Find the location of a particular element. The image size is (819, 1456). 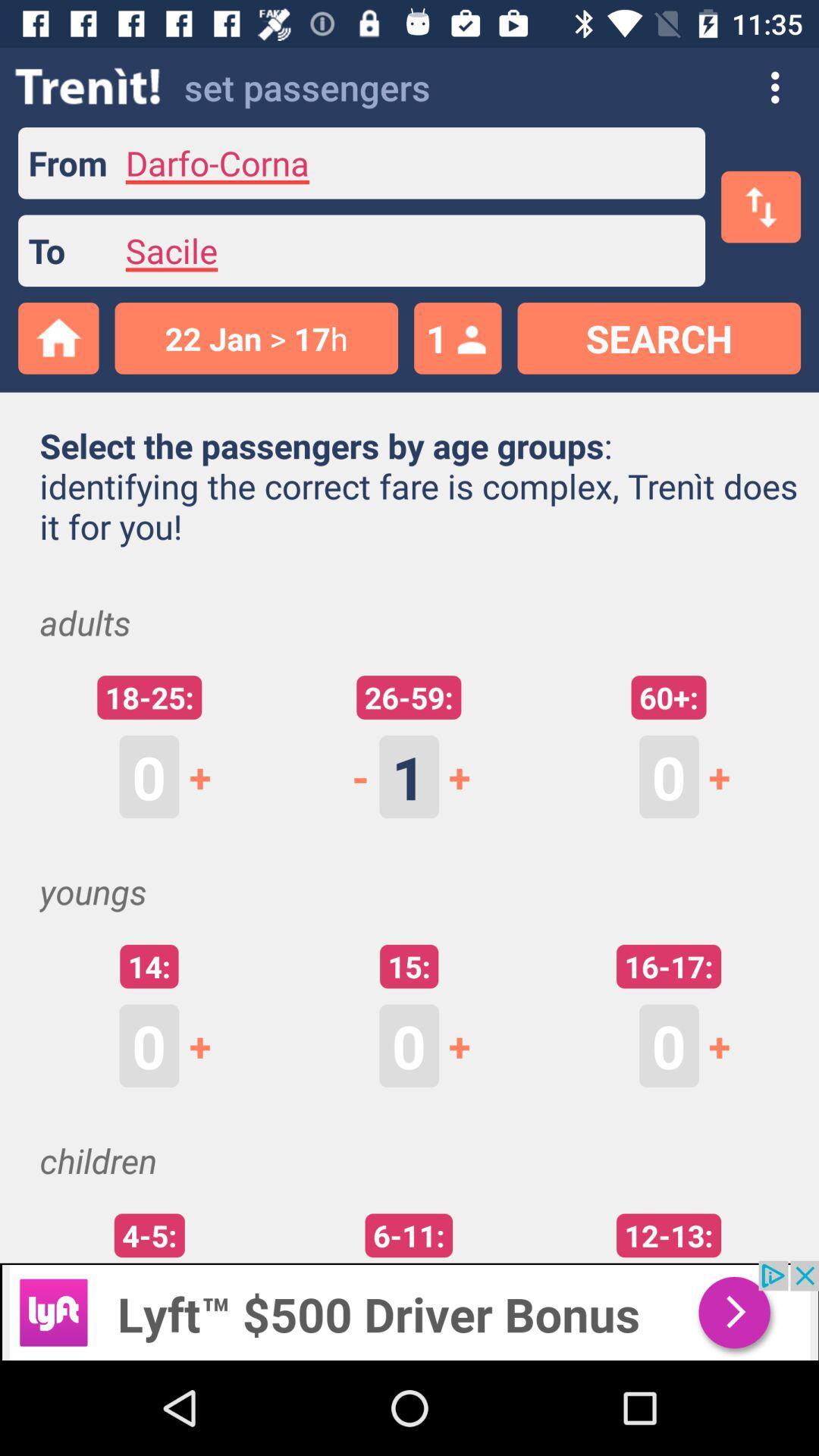

the home icon is located at coordinates (58, 337).